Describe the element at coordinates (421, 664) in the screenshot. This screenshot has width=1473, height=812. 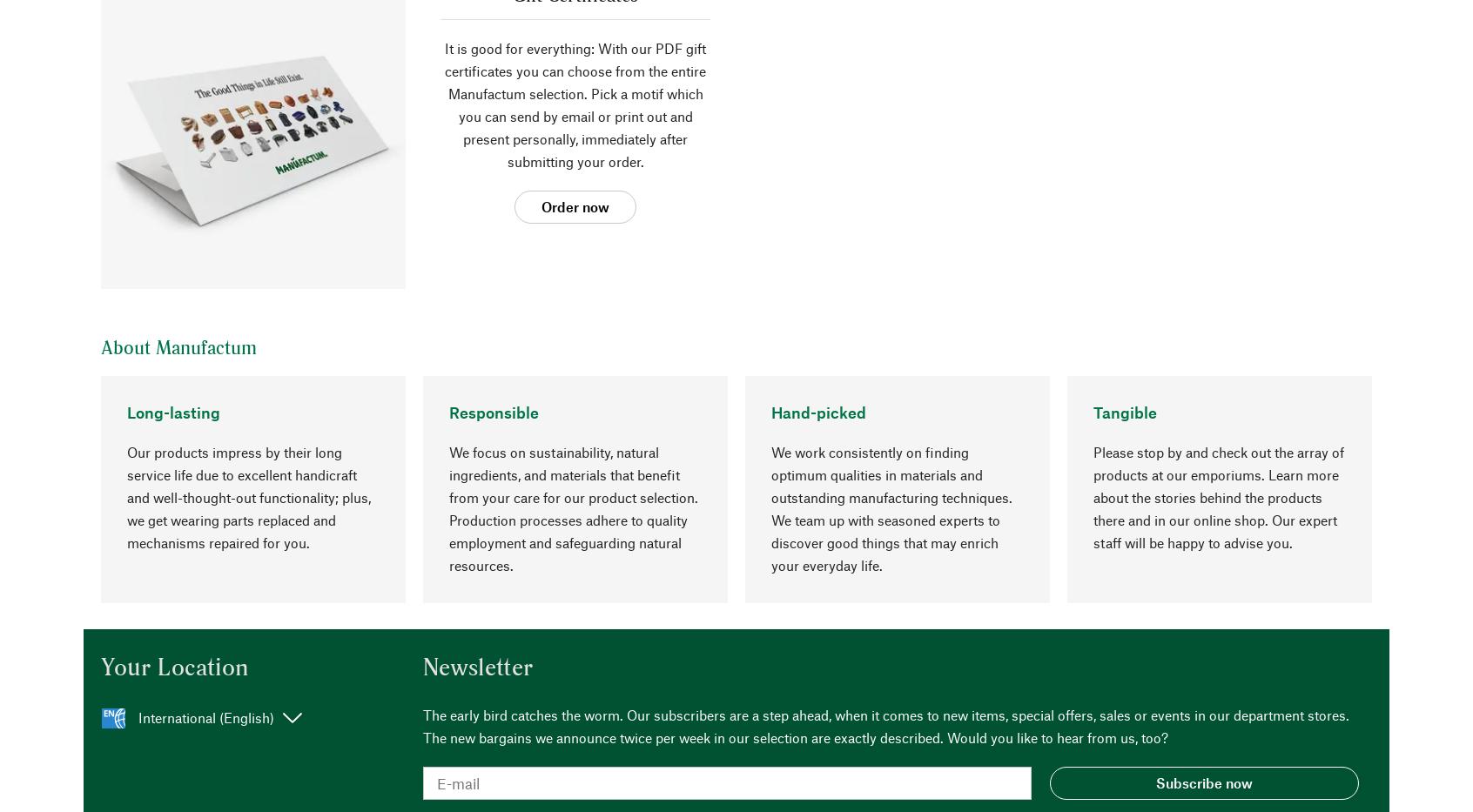
I see `'Newsletter'` at that location.